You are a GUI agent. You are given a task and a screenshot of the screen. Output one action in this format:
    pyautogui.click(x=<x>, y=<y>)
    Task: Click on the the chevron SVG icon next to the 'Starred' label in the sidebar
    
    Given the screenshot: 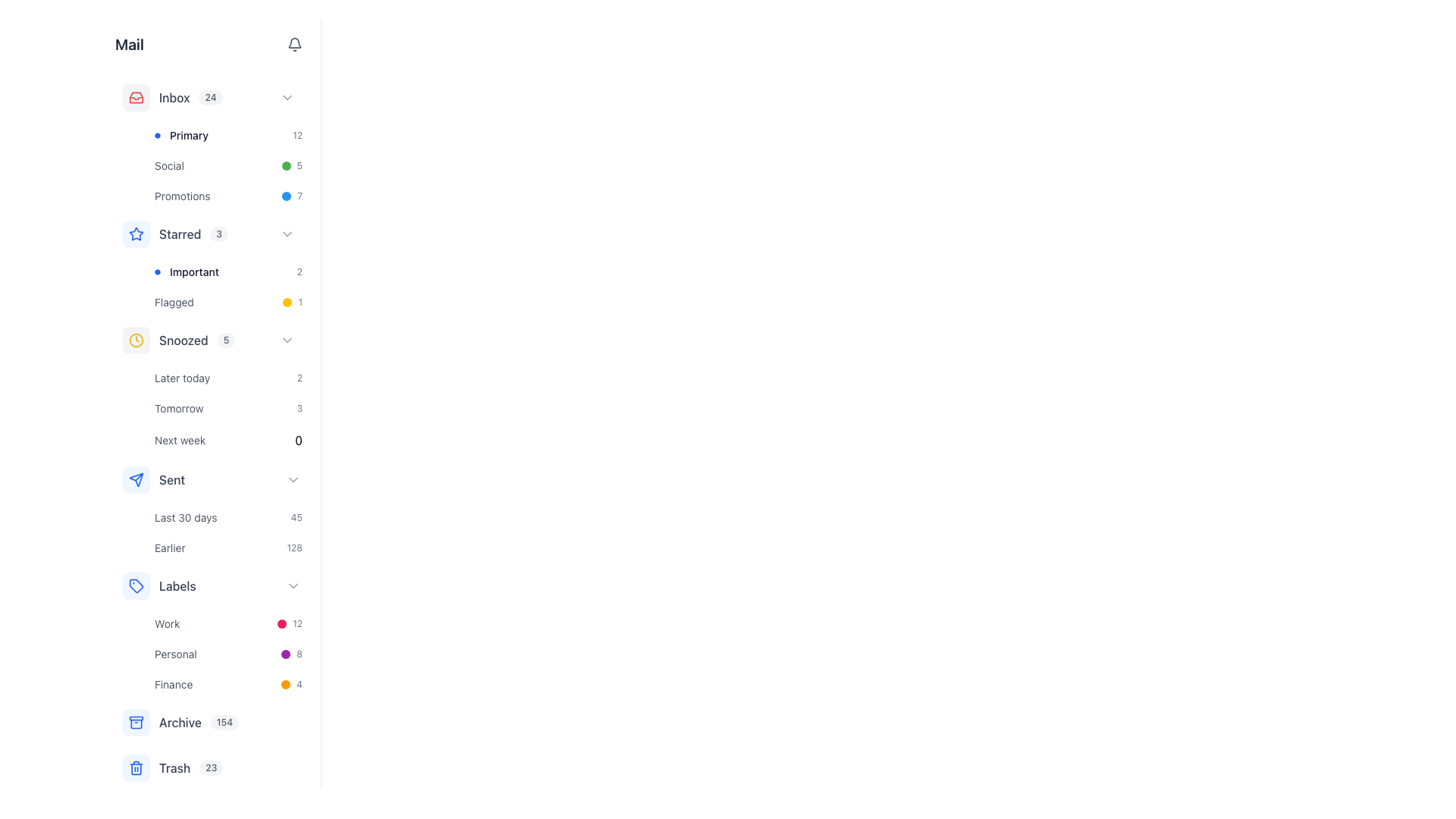 What is the action you would take?
    pyautogui.click(x=287, y=234)
    